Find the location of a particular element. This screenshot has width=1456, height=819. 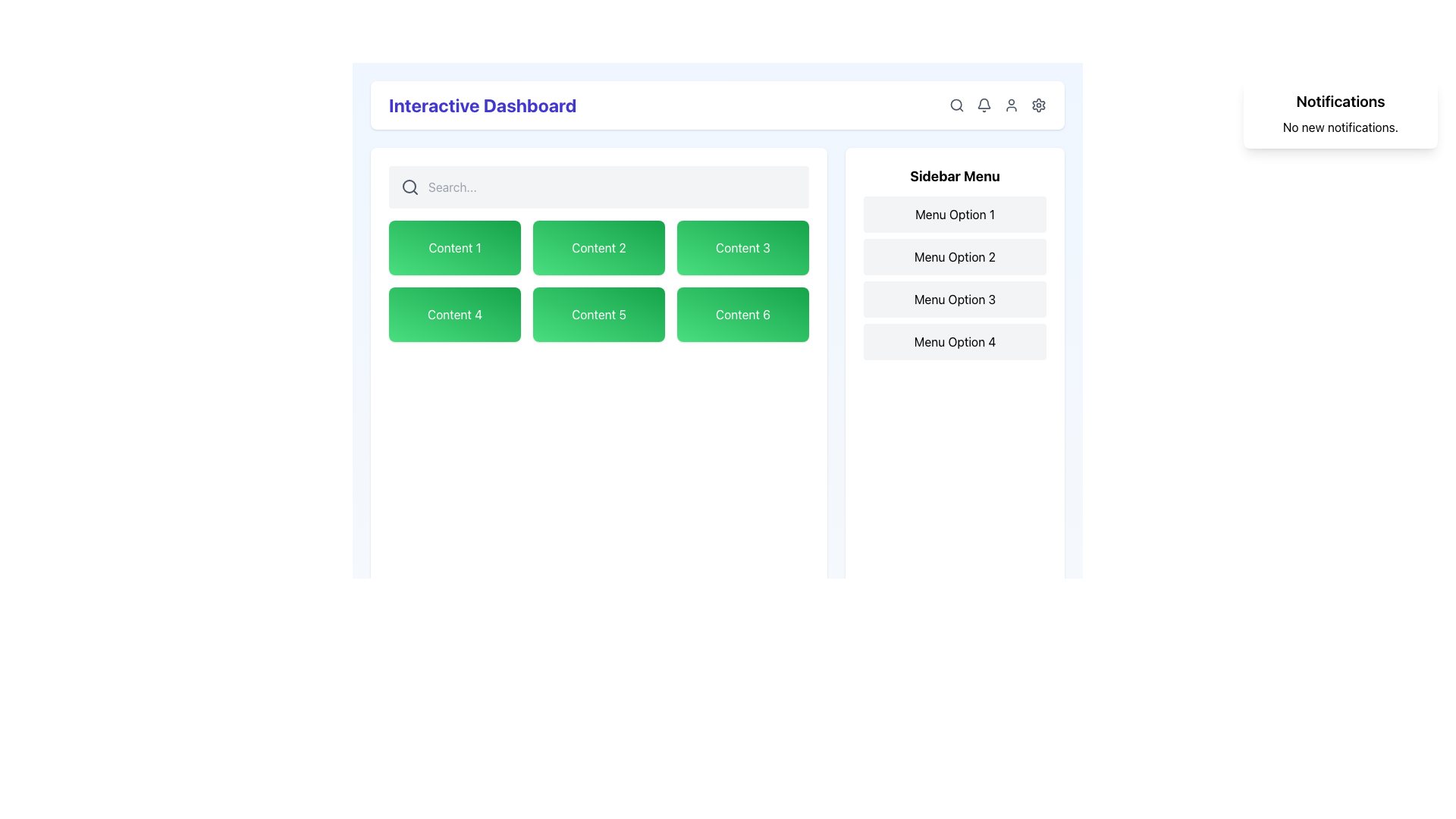

the small gray circular outline icon within the search icon graphic located in the top-right corner of the interface is located at coordinates (409, 186).